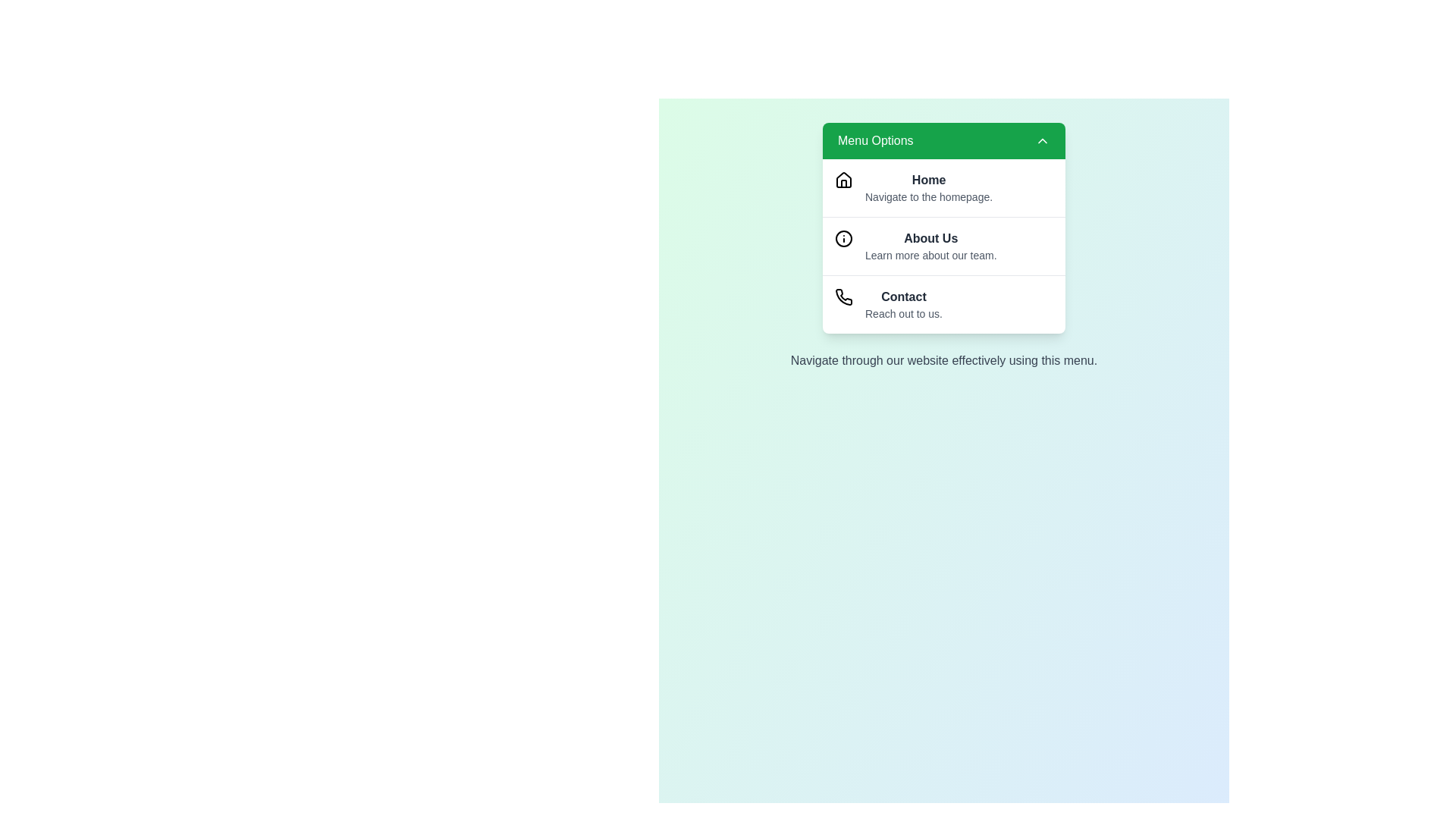  I want to click on the descriptive text under the menu option About Us, so click(930, 254).